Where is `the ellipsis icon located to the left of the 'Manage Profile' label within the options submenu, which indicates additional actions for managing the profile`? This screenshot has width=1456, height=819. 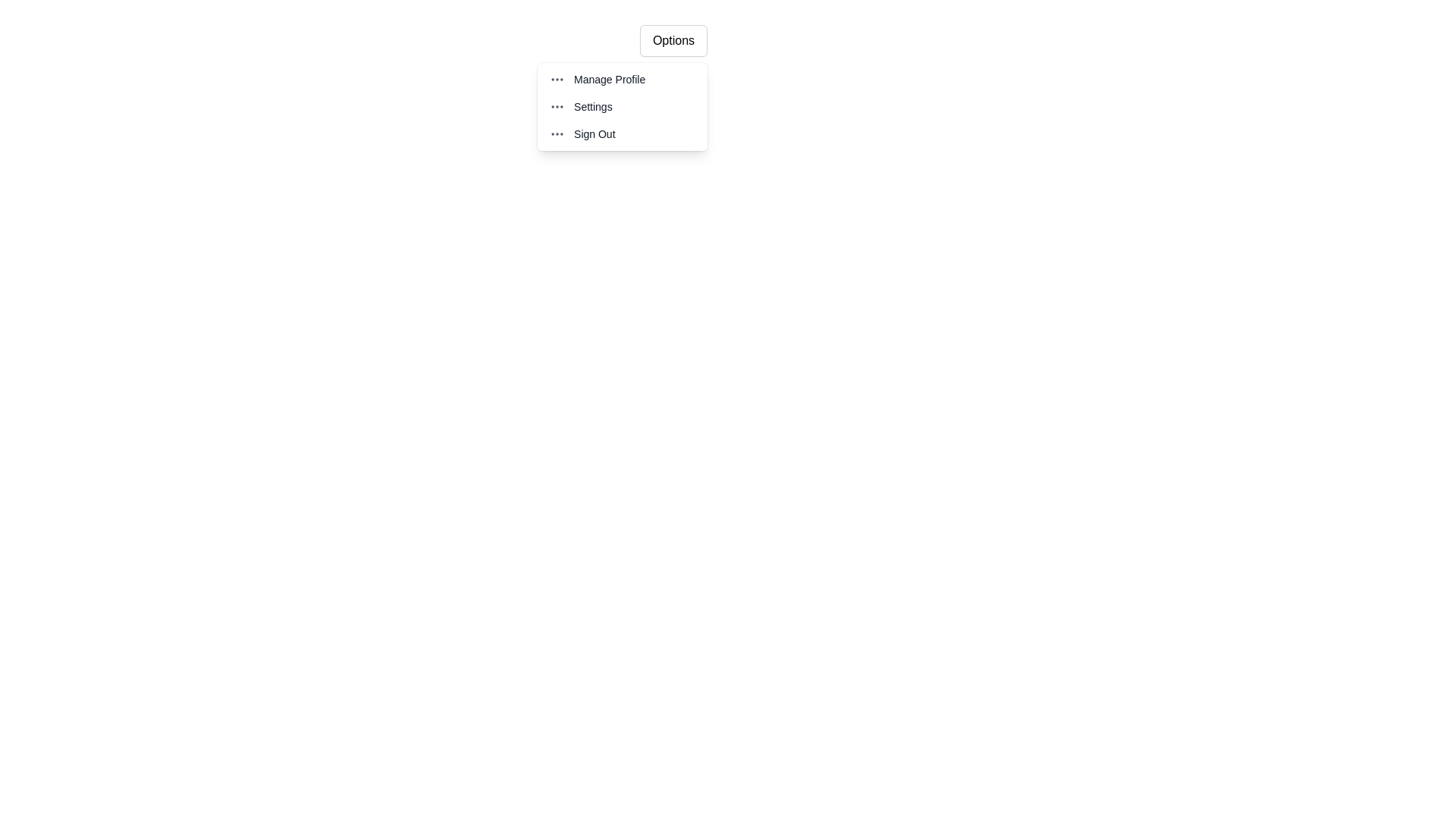 the ellipsis icon located to the left of the 'Manage Profile' label within the options submenu, which indicates additional actions for managing the profile is located at coordinates (556, 79).